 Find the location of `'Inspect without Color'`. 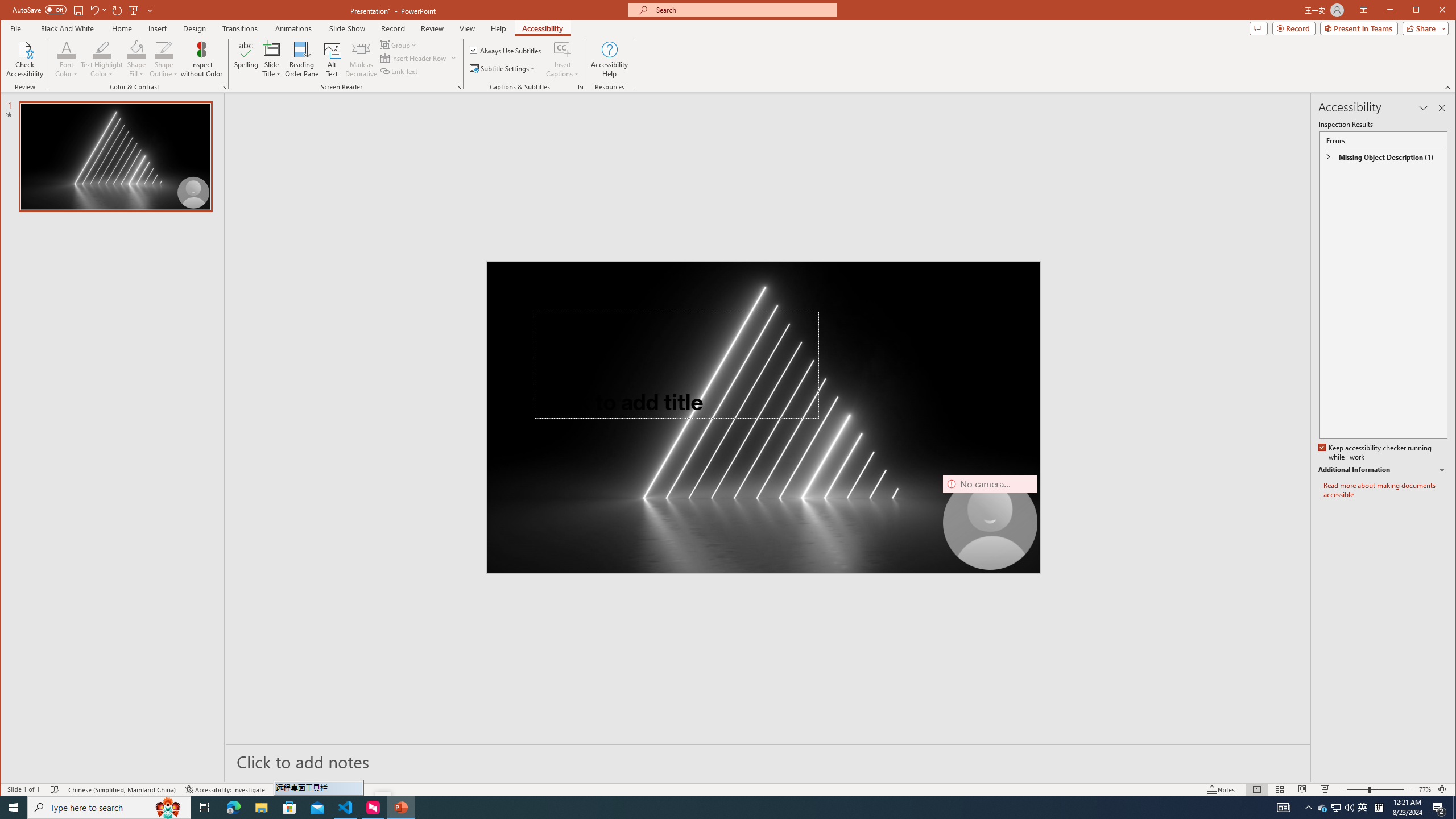

'Inspect without Color' is located at coordinates (201, 59).